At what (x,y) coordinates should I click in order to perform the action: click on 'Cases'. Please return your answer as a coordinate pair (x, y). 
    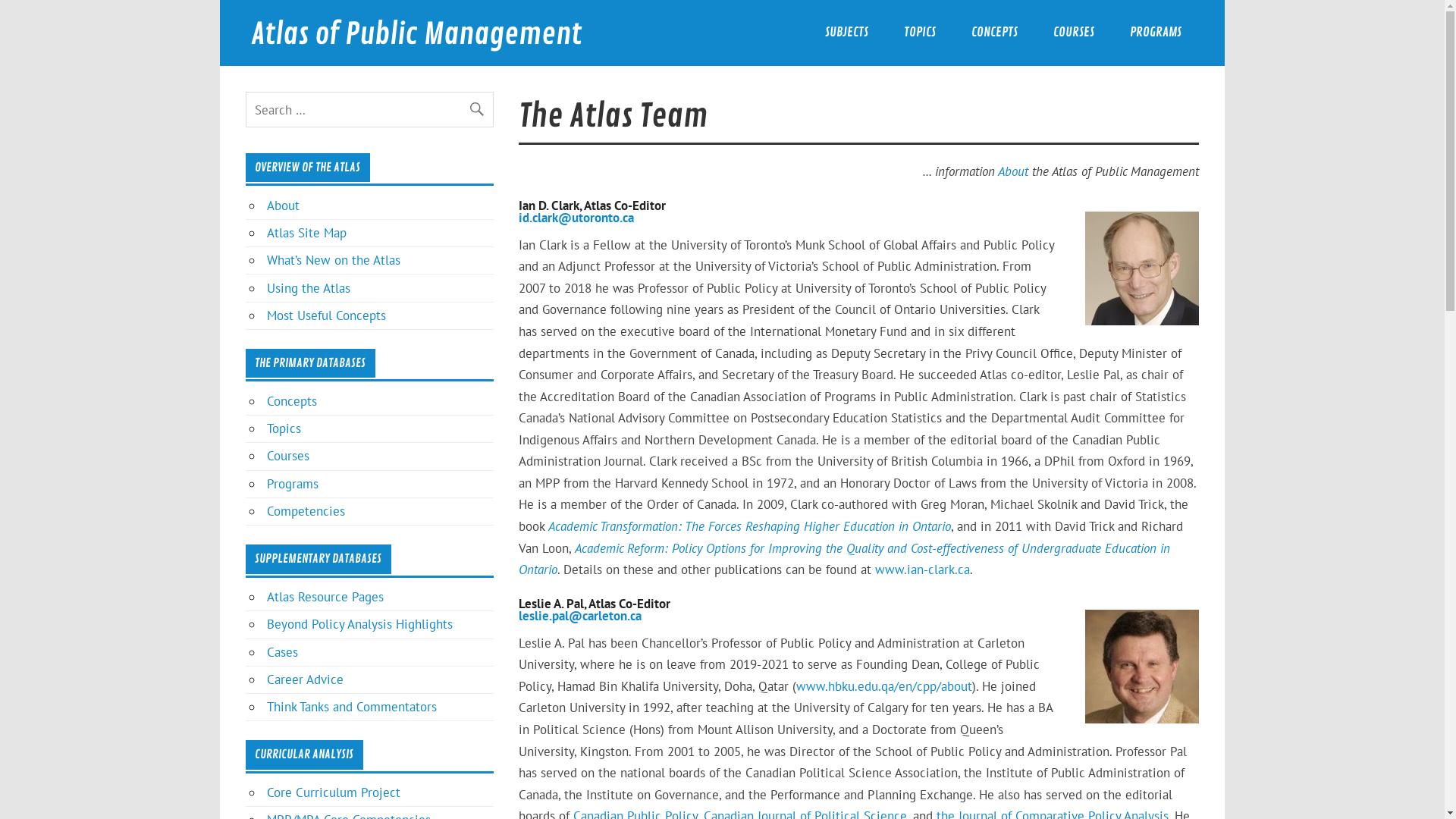
    Looking at the image, I should click on (282, 651).